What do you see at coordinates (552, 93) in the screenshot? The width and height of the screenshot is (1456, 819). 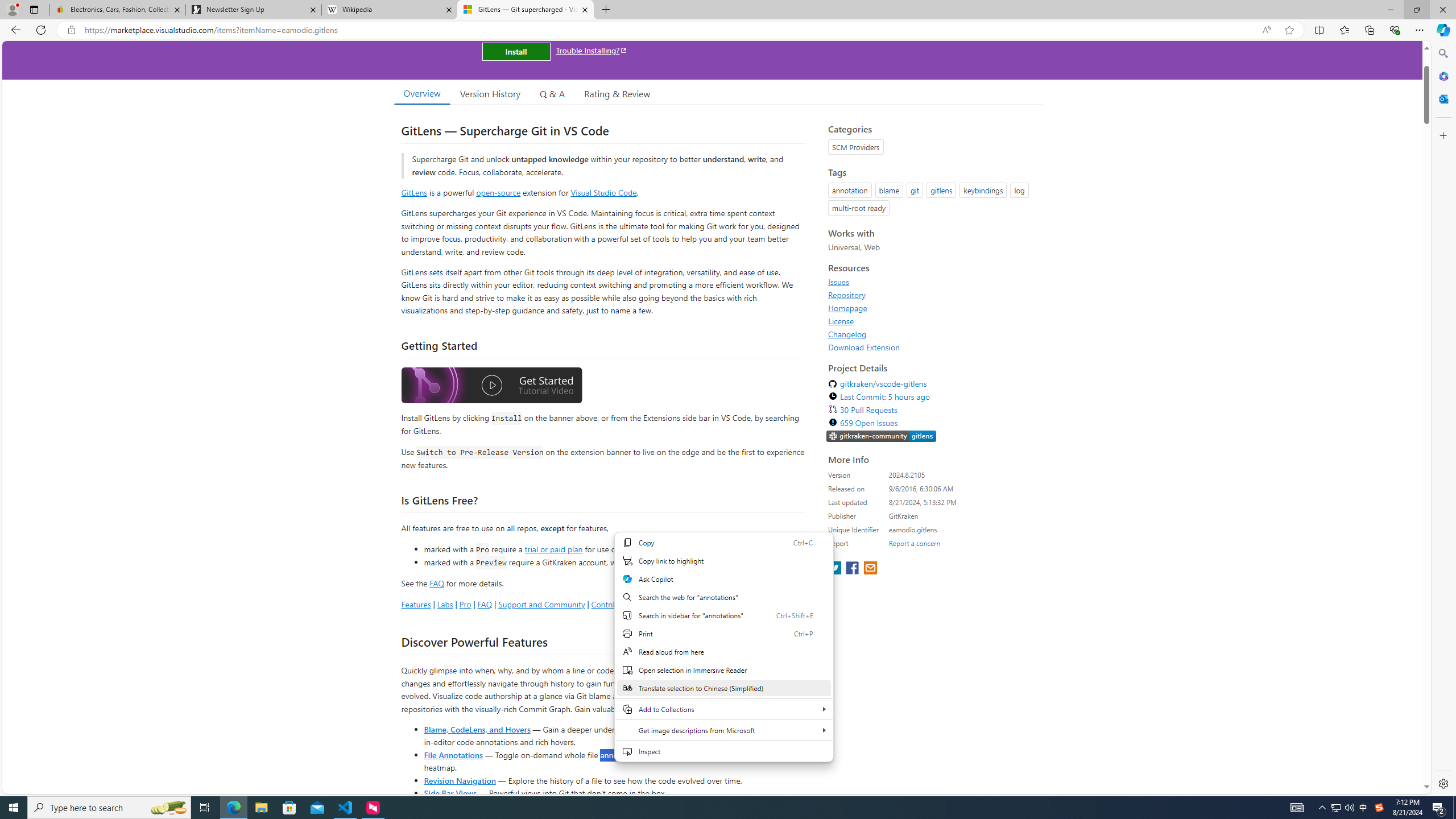 I see `'Q & A'` at bounding box center [552, 93].